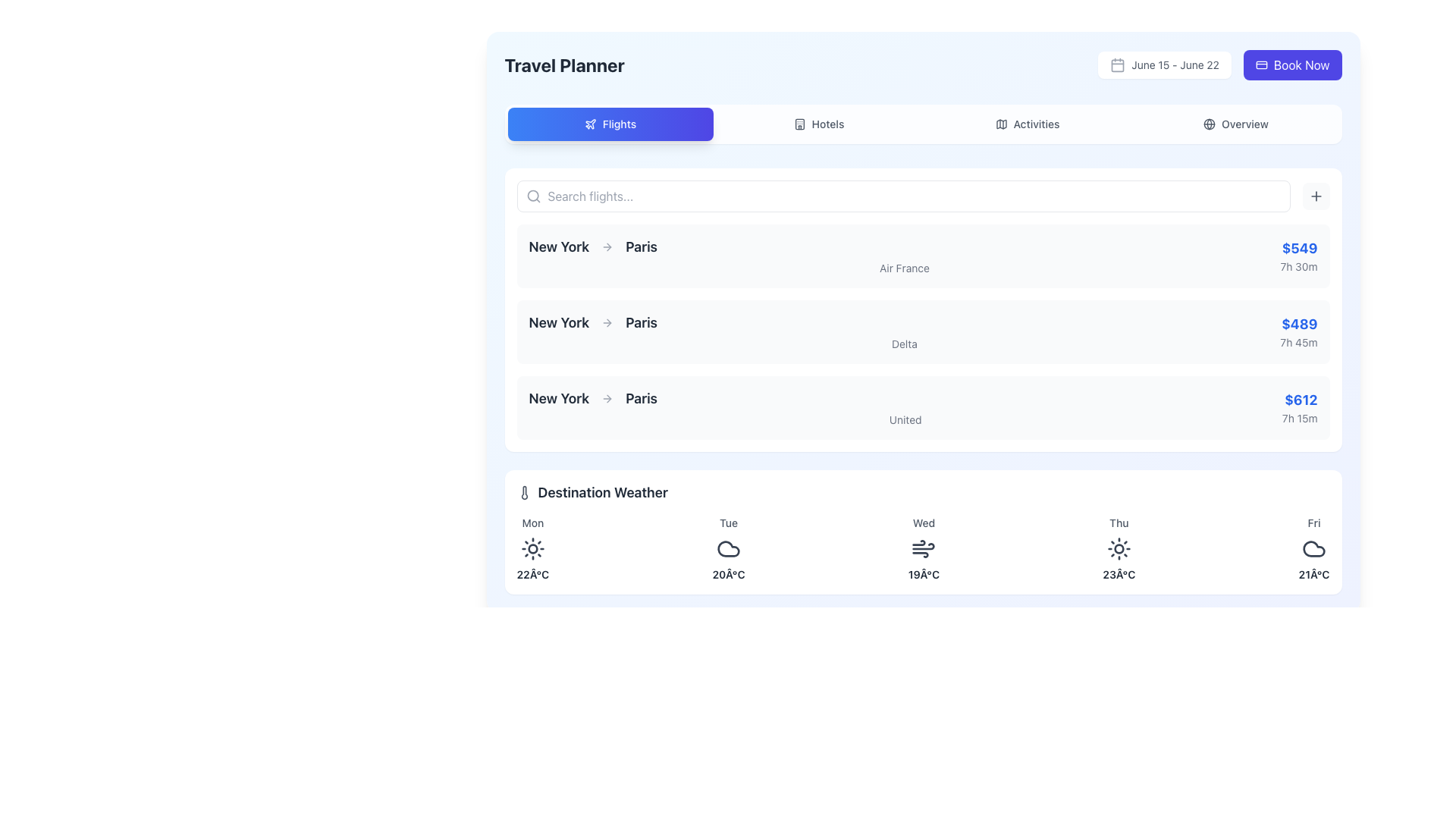 This screenshot has width=1456, height=819. I want to click on the weather condition icon (SVG) representing cloudy weather for Tuesday, which is positioned below the text 'Tue' and above '20°C', so click(728, 549).